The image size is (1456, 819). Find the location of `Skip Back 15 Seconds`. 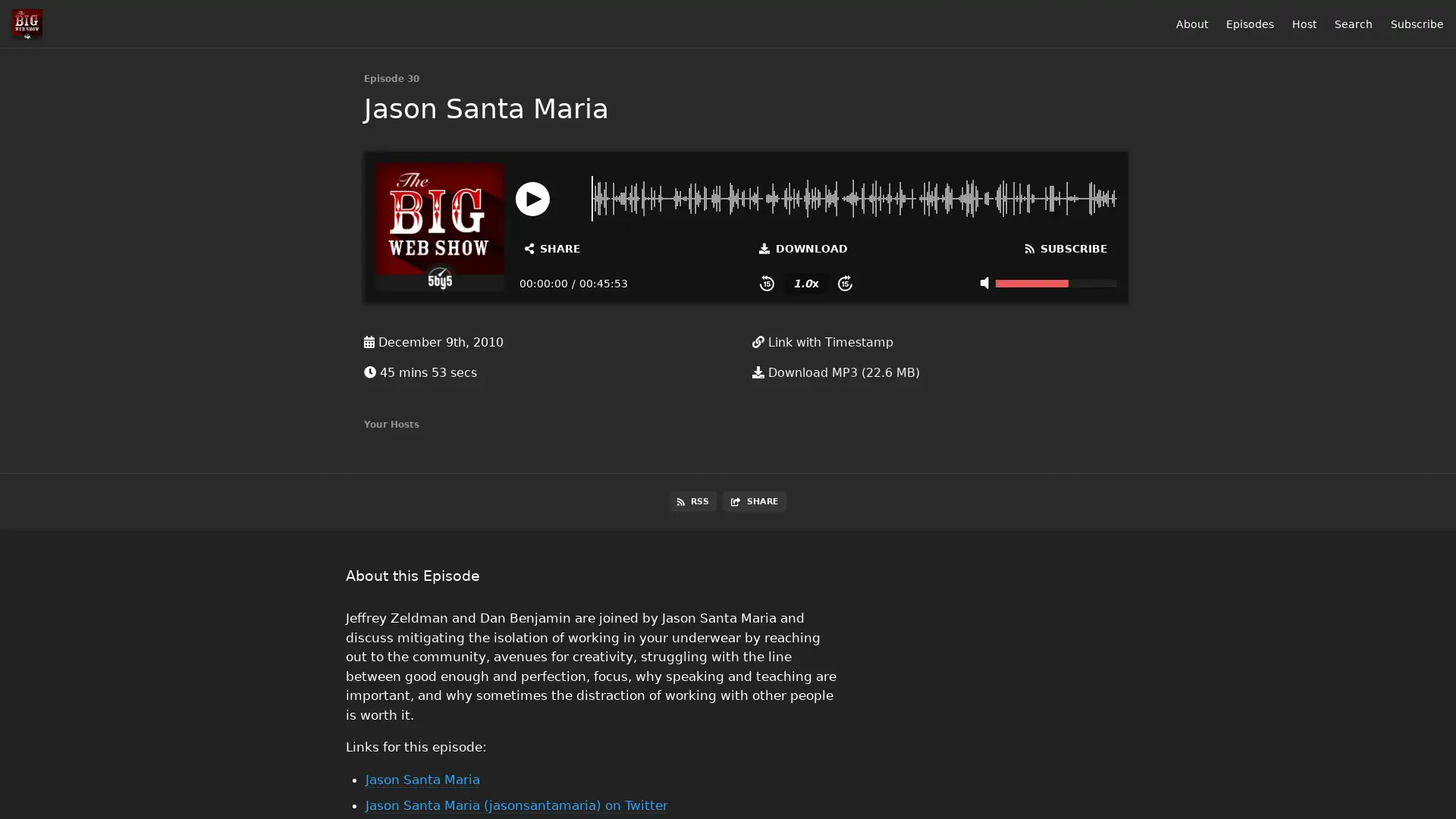

Skip Back 15 Seconds is located at coordinates (767, 283).